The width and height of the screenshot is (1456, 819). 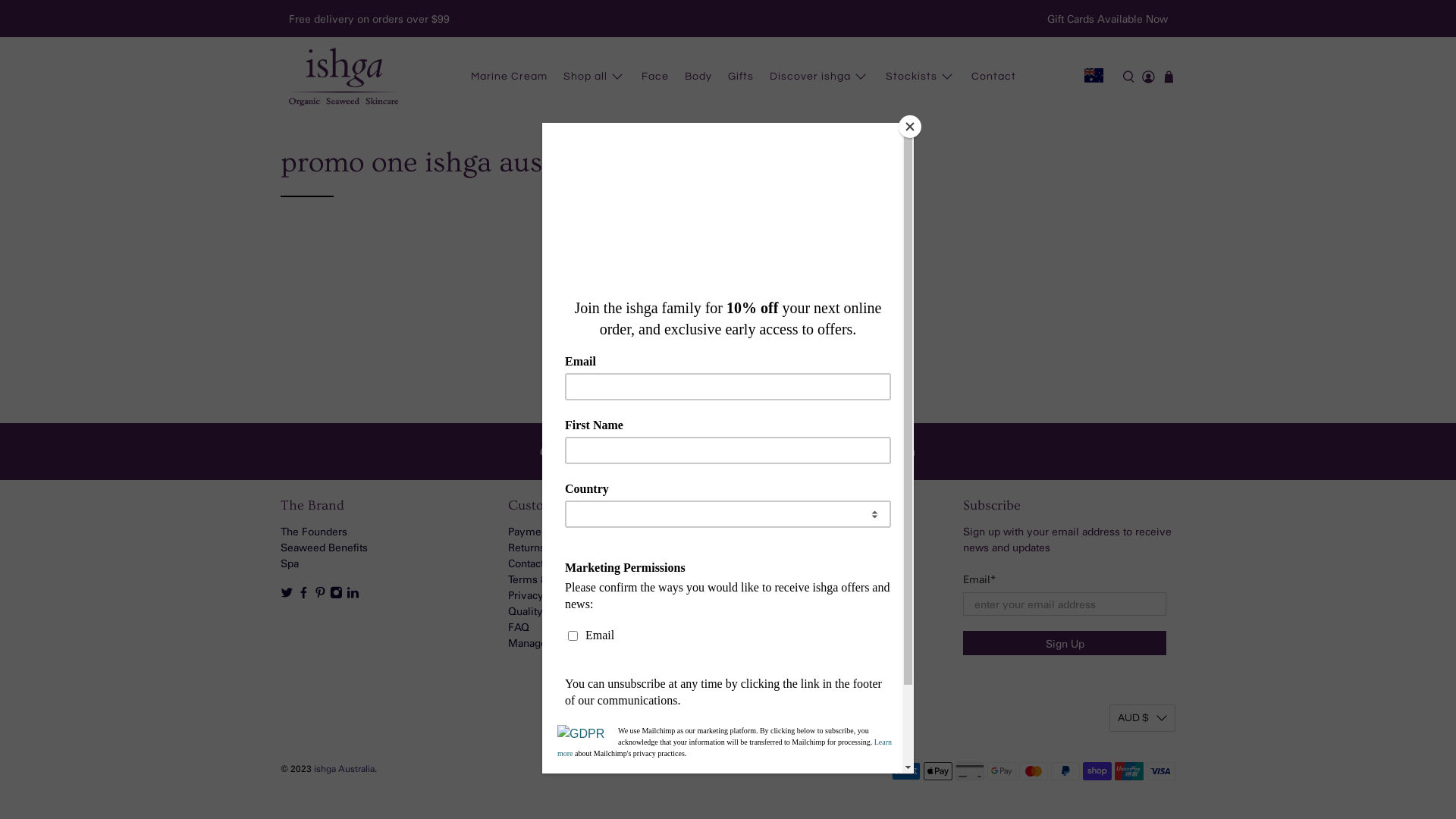 What do you see at coordinates (555, 530) in the screenshot?
I see `'Payment & Delivery'` at bounding box center [555, 530].